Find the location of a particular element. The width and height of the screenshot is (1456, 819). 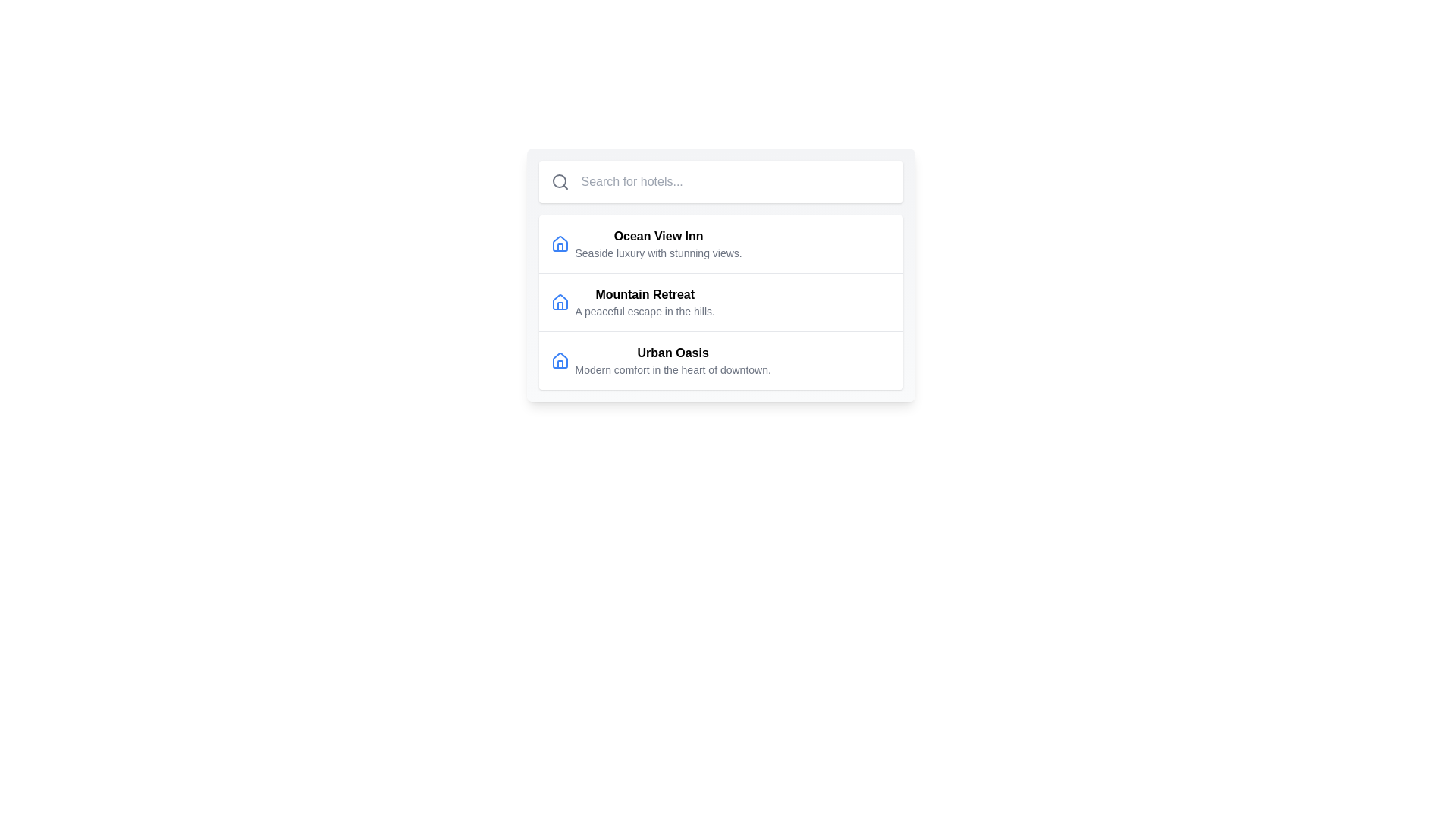

the search icon located on the left side of the search input field labeled 'Search for hotels...' is located at coordinates (559, 180).